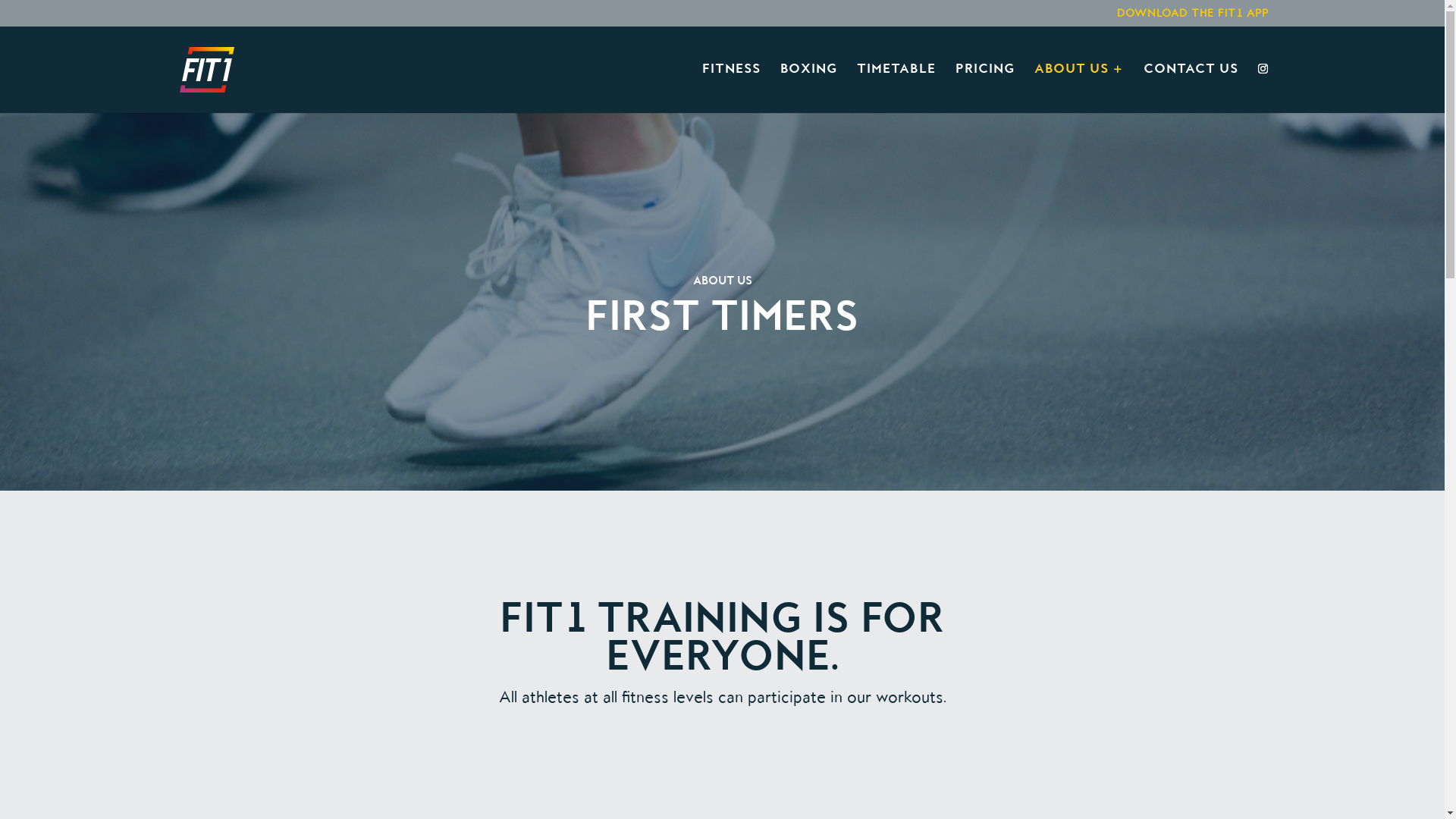 This screenshot has height=819, width=1456. Describe the element at coordinates (954, 88) in the screenshot. I see `'PRICING'` at that location.